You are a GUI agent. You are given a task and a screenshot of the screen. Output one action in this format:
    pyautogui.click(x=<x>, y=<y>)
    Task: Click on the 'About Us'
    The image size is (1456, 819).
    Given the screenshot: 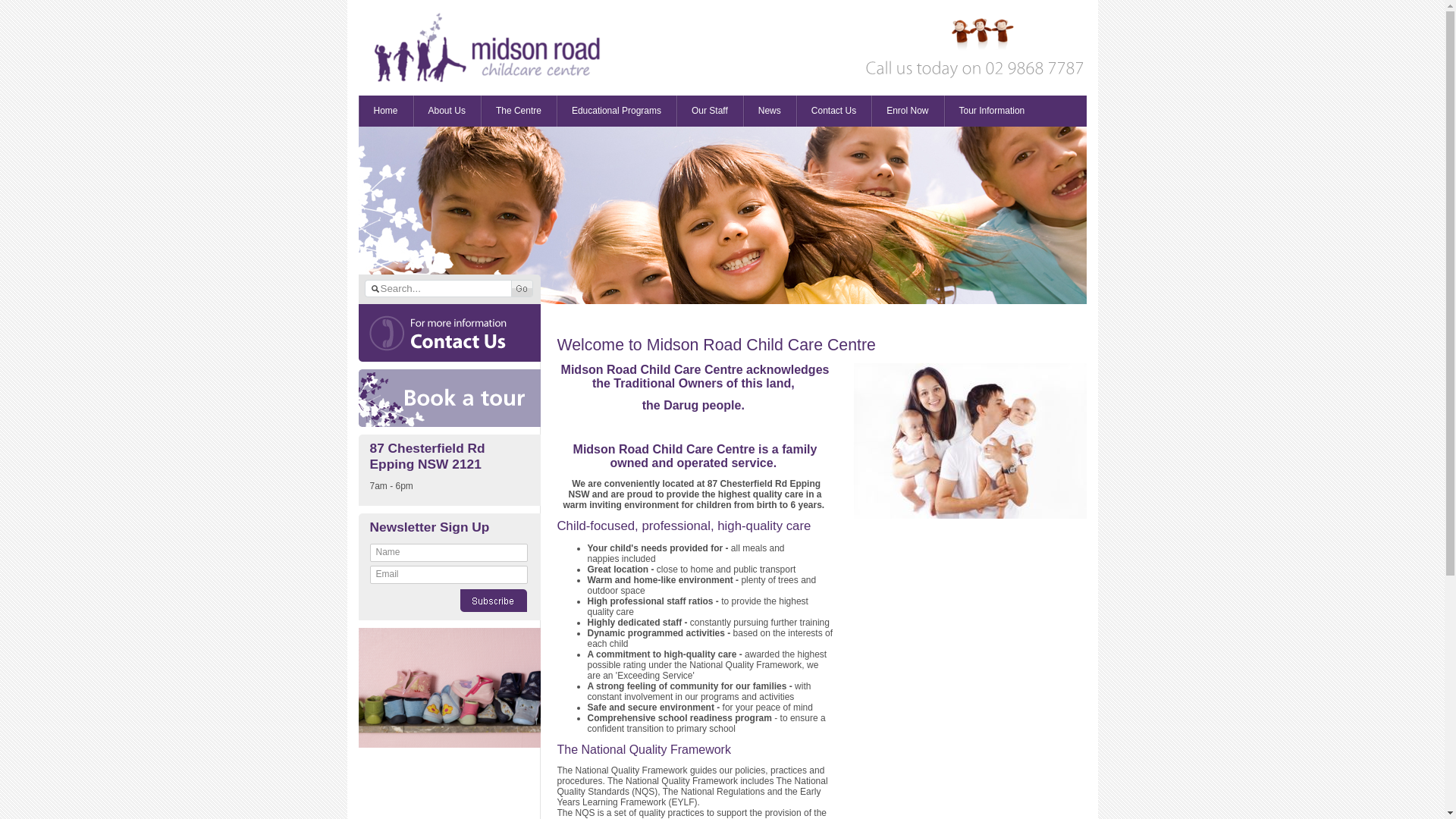 What is the action you would take?
    pyautogui.click(x=446, y=110)
    